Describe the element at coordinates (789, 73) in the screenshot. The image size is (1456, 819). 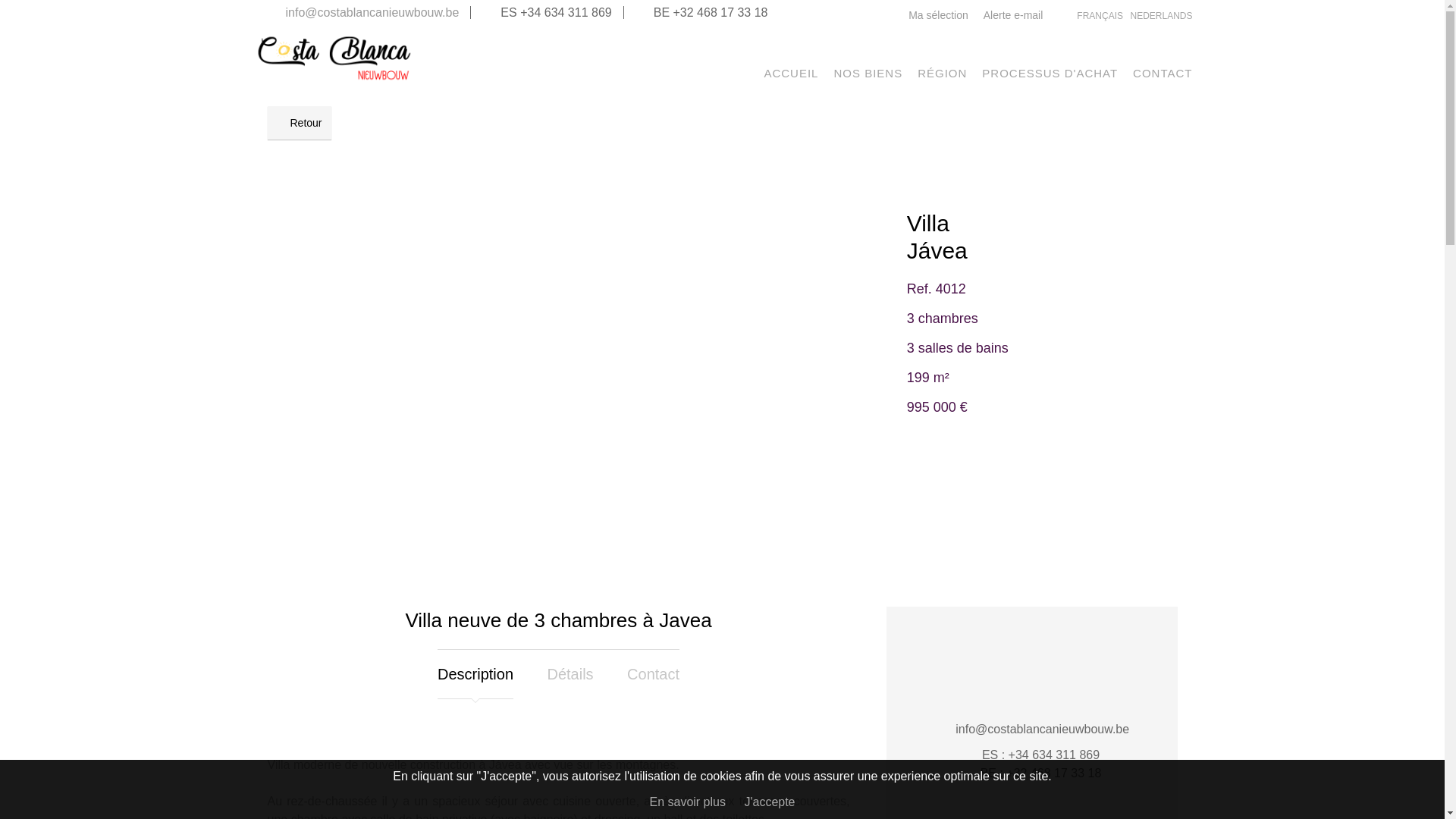
I see `'ACCUEIL'` at that location.